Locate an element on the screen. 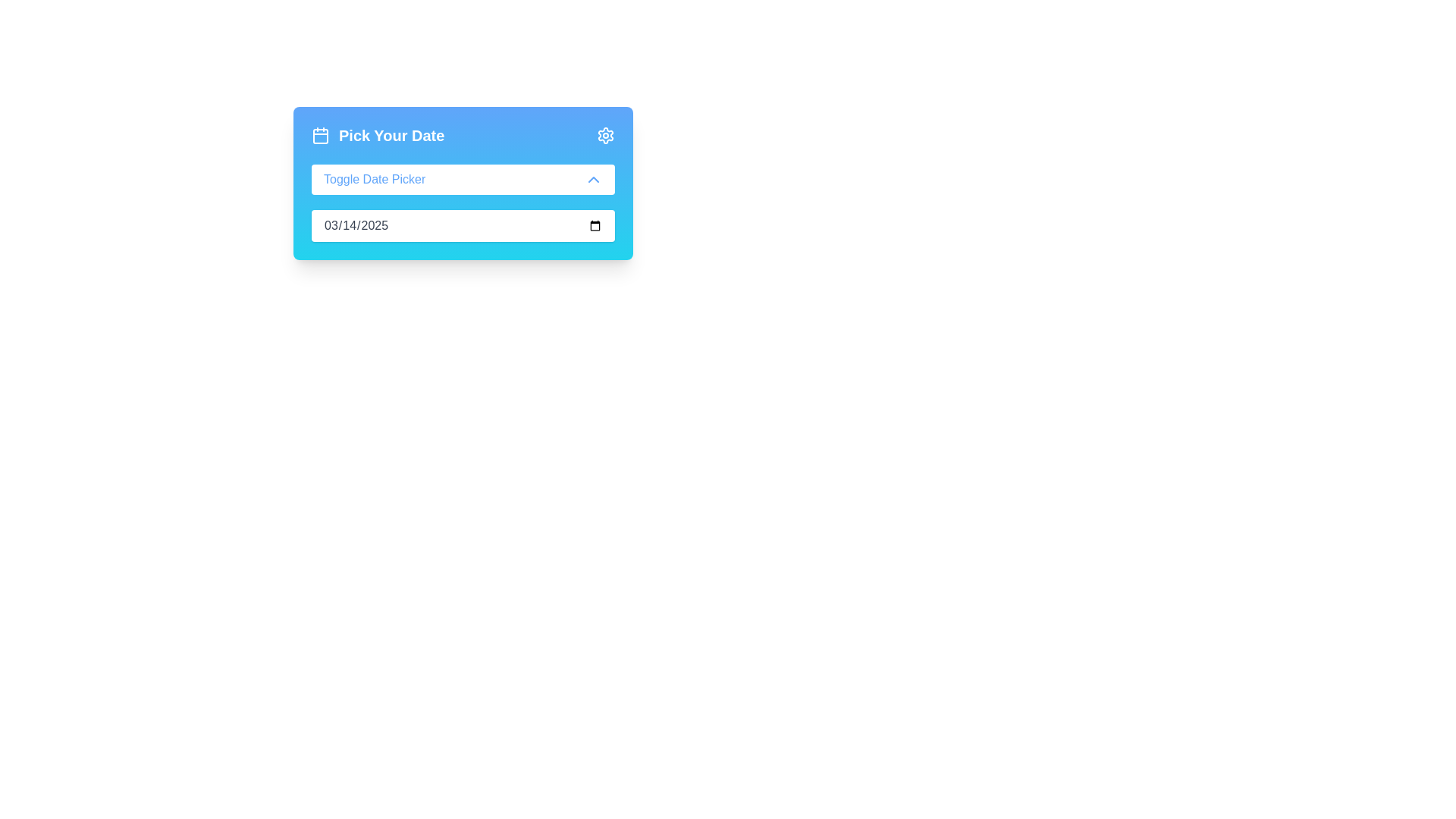 The width and height of the screenshot is (1456, 819). the settings icon located in the top-right corner of a blue gradient card is located at coordinates (604, 134).